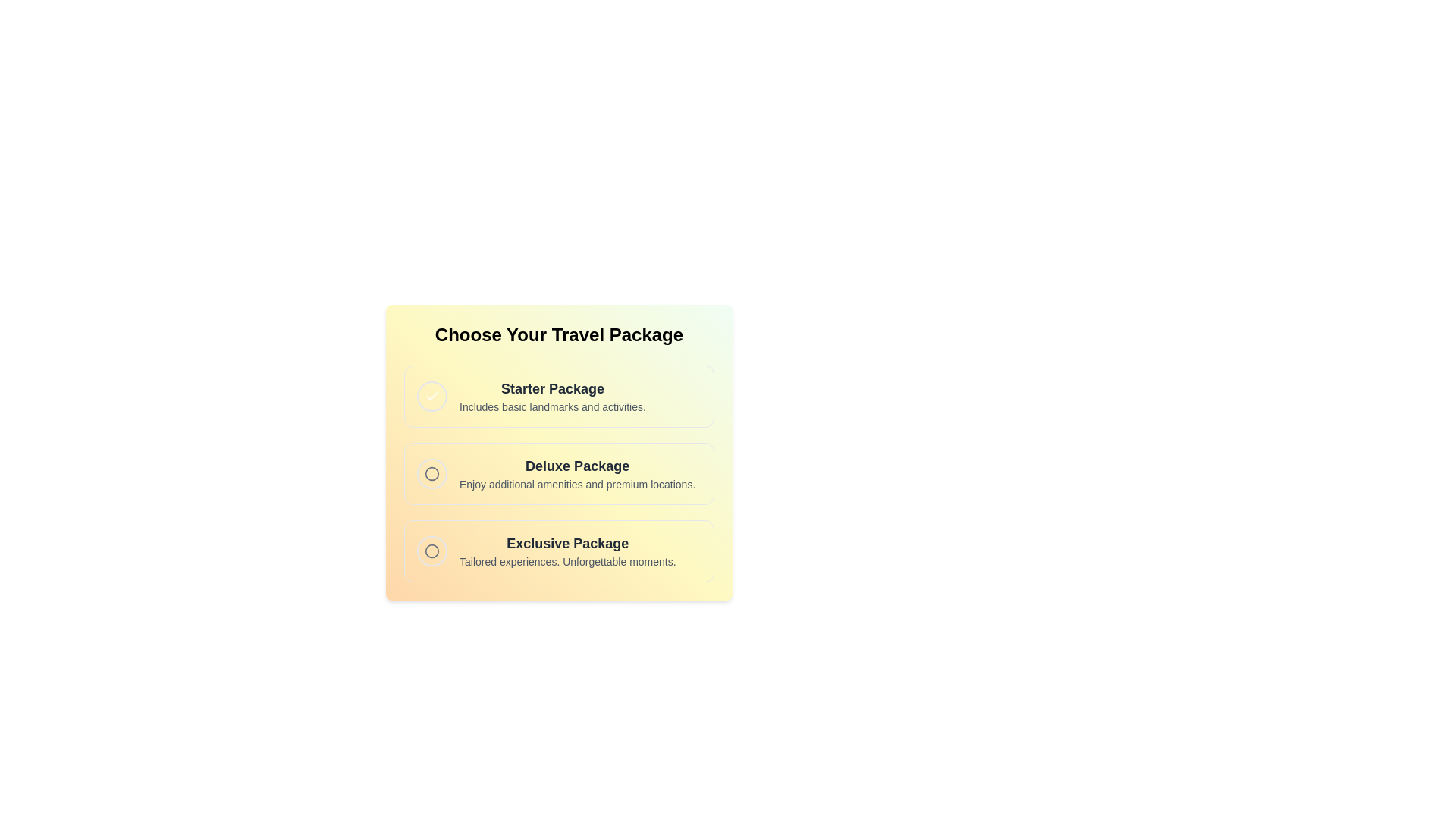 This screenshot has height=819, width=1456. I want to click on the supplementary descriptive text about the 'Deluxe Package' located below the header text within the selection card, so click(576, 485).